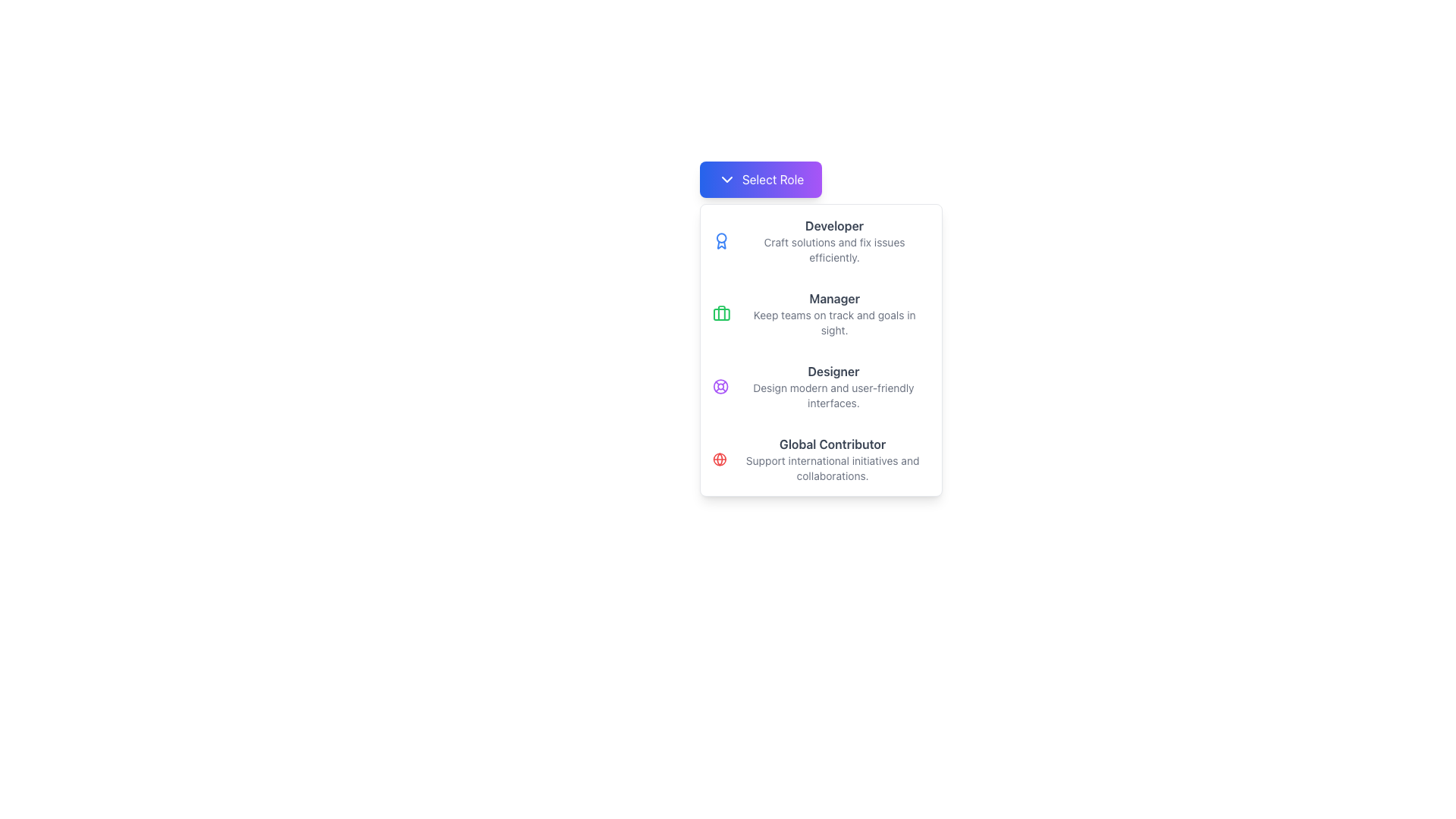 This screenshot has width=1456, height=819. I want to click on the text label that reads 'Design modern and user-friendly interfaces.' located below the bold title 'Designer' in a dropdown menu, so click(833, 394).